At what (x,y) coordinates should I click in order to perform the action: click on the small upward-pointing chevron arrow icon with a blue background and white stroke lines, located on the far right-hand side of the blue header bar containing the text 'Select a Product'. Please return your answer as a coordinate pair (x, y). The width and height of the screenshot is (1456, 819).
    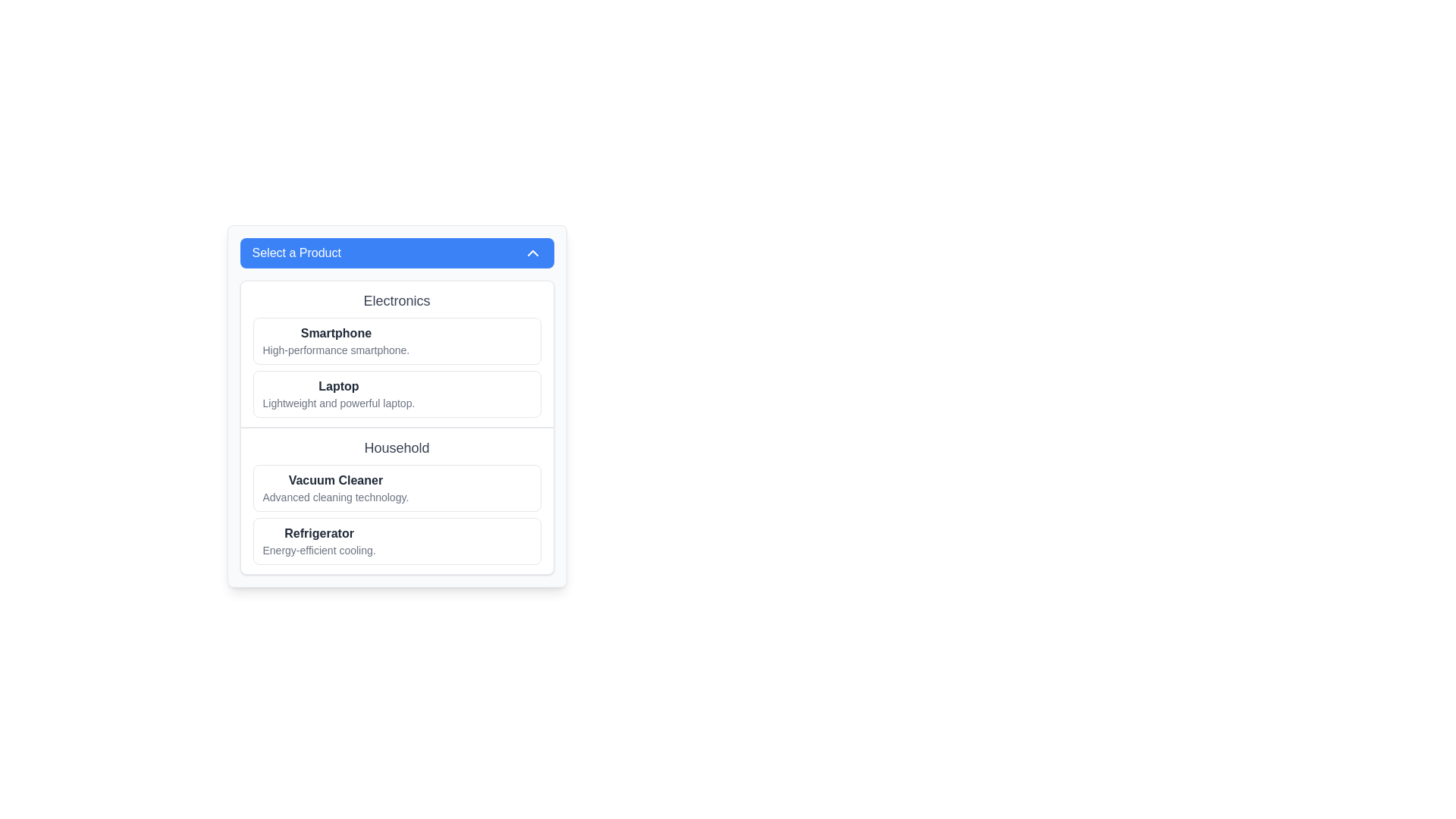
    Looking at the image, I should click on (532, 253).